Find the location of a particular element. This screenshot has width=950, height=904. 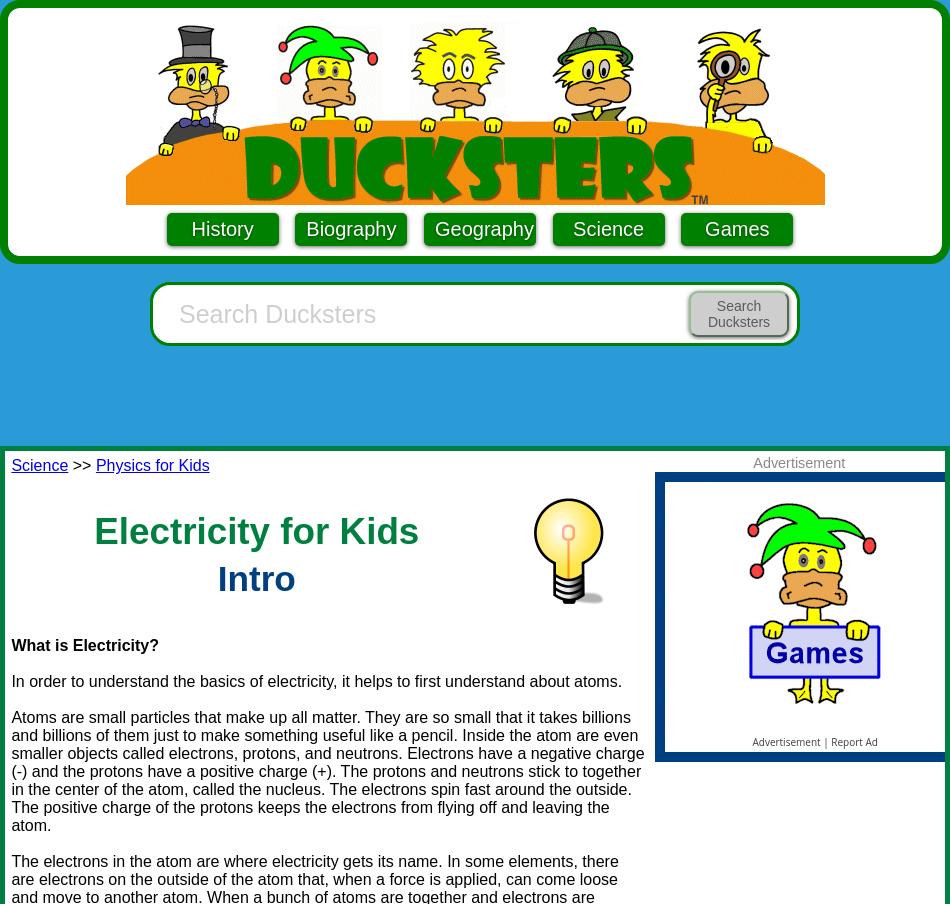

'Geography' is located at coordinates (434, 227).